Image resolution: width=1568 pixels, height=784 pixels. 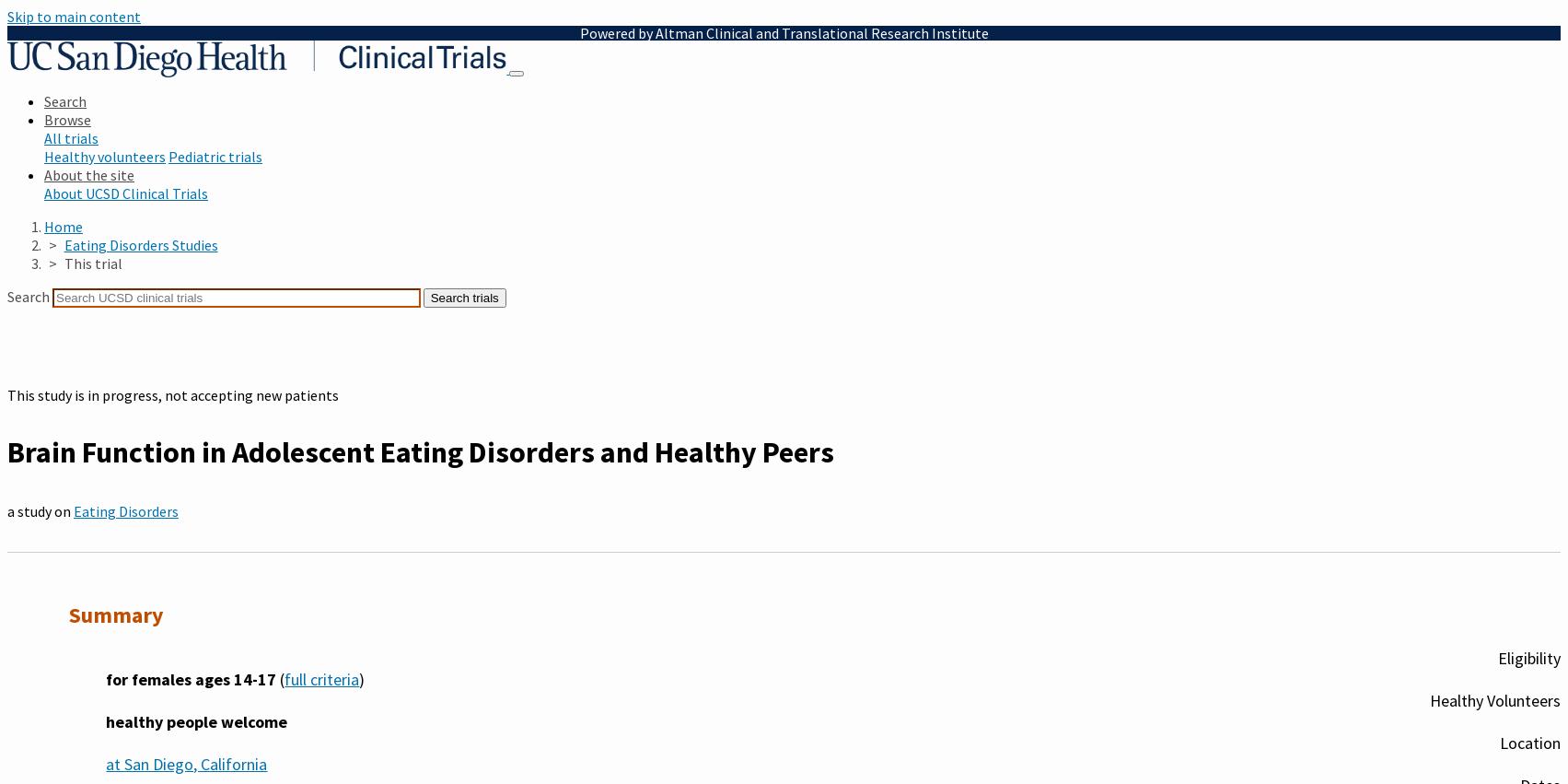 What do you see at coordinates (190, 678) in the screenshot?
I see `'for females ages 14-17'` at bounding box center [190, 678].